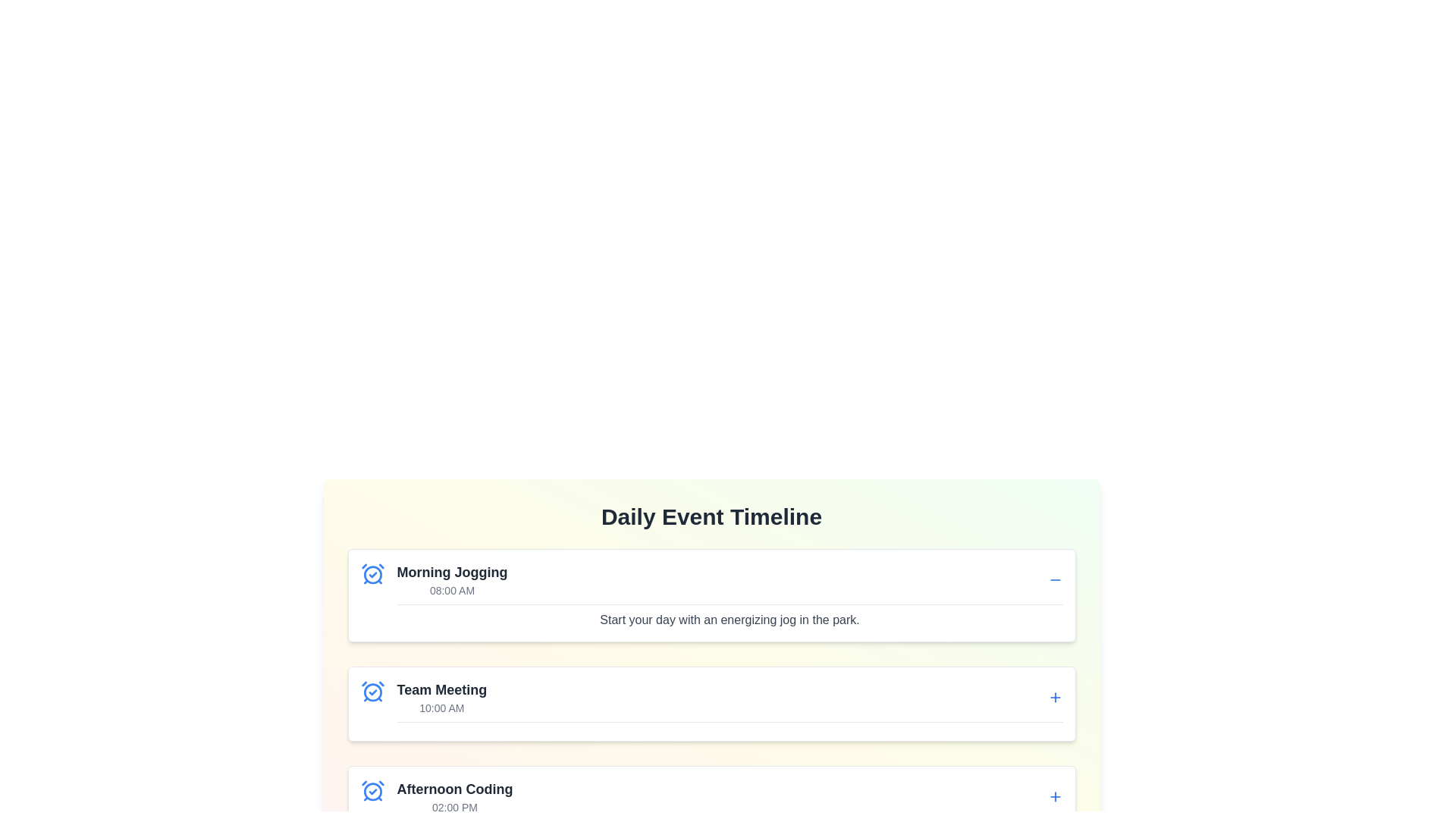 The width and height of the screenshot is (1456, 819). I want to click on the central circular part of the clock icon located in the 'Team Meeting' section on the timeline interface, so click(372, 692).